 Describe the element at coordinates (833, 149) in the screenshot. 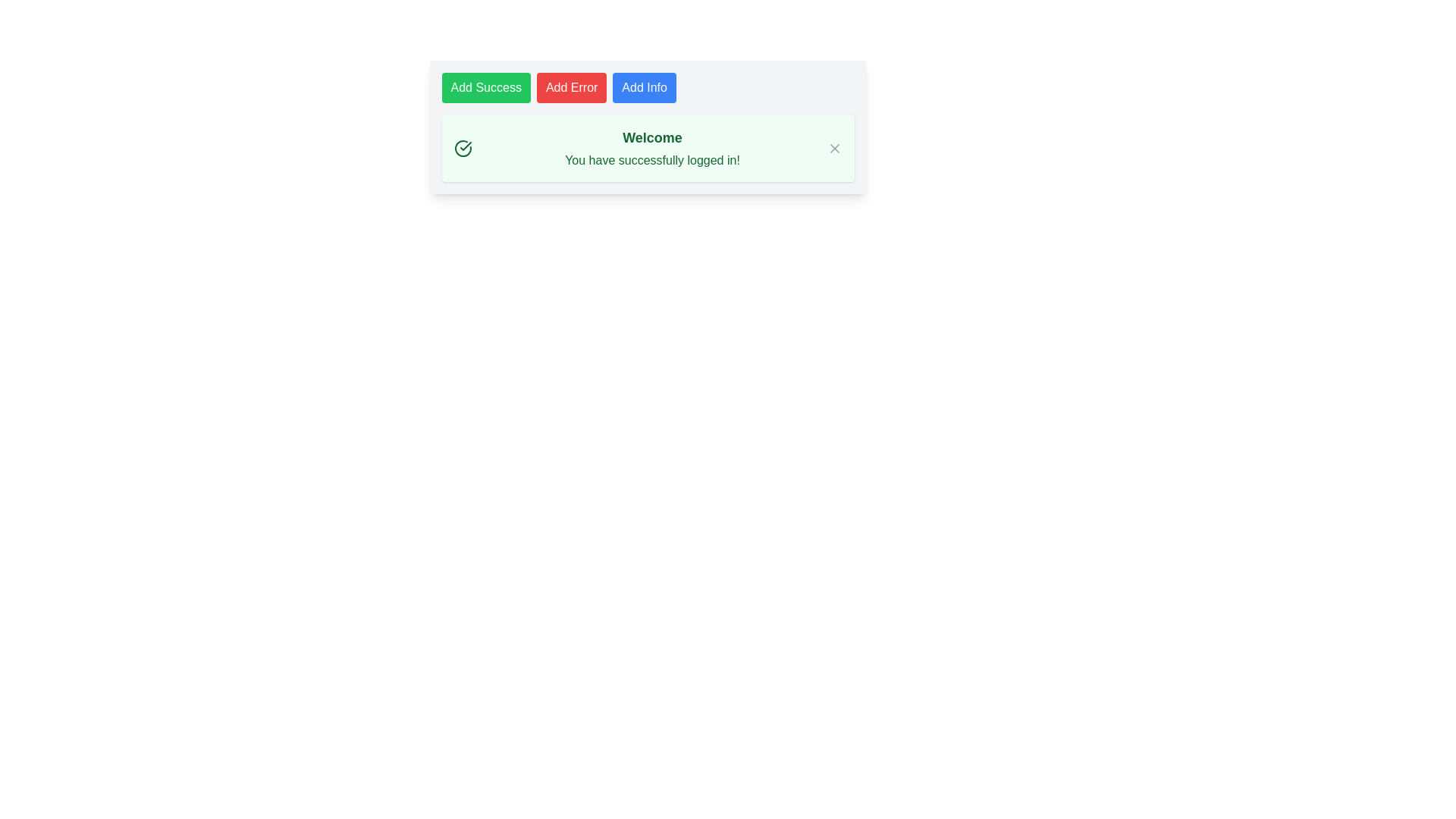

I see `the Close icon located in the top-right corner of the success message box with a green background` at that location.